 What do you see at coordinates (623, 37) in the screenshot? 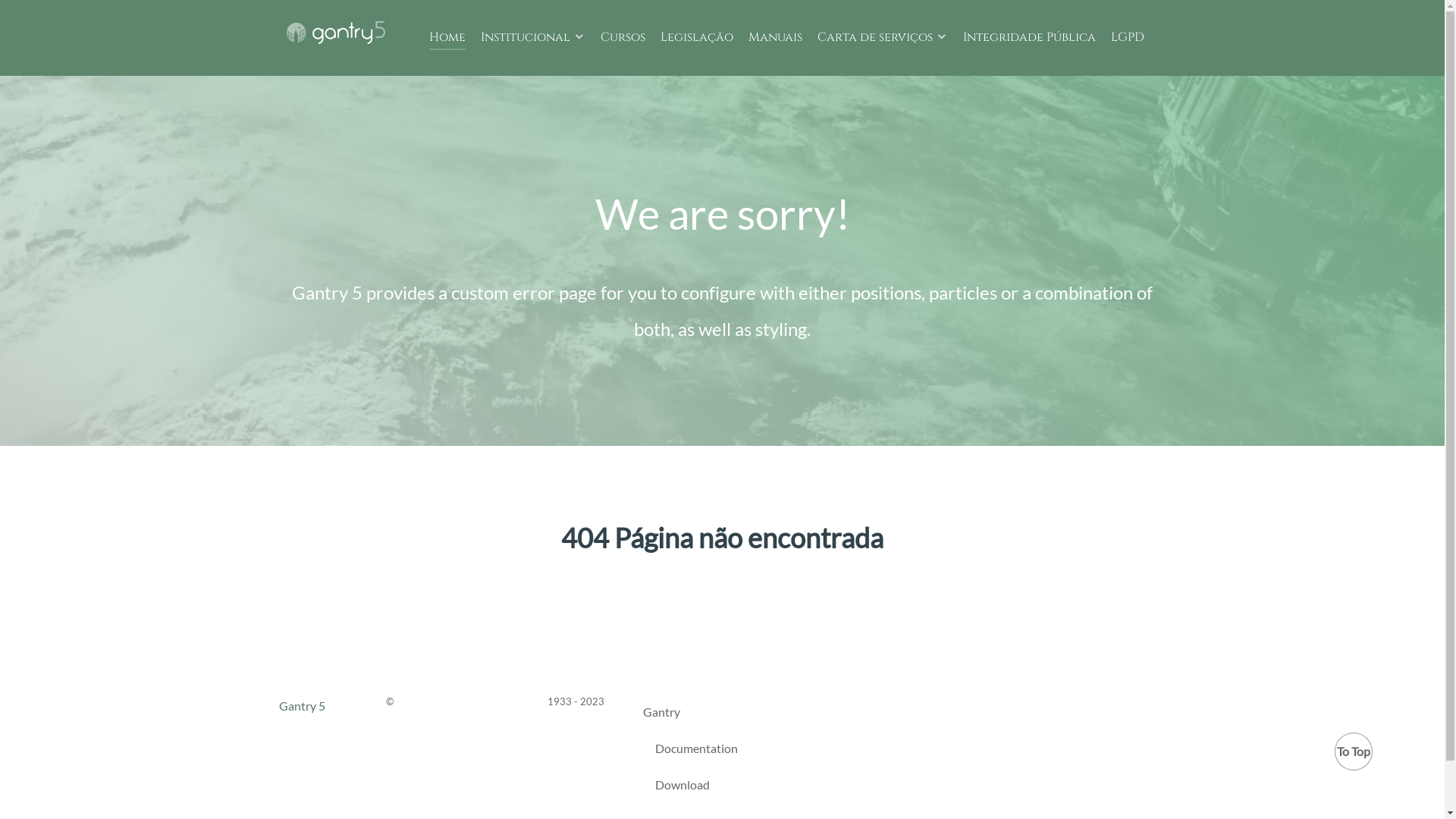
I see `'Cursos'` at bounding box center [623, 37].